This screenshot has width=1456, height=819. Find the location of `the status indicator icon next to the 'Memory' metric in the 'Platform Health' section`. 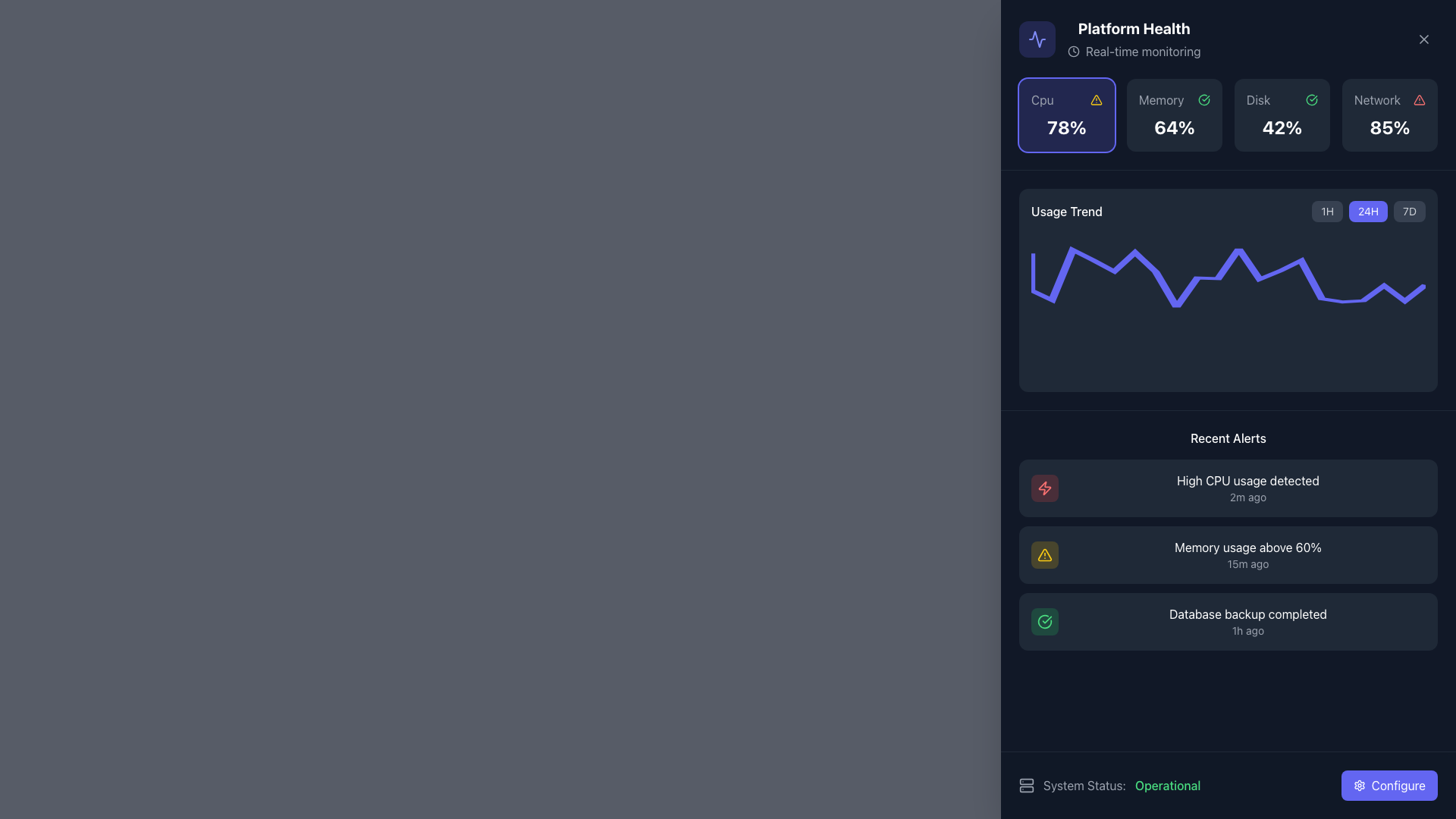

the status indicator icon next to the 'Memory' metric in the 'Platform Health' section is located at coordinates (1203, 99).